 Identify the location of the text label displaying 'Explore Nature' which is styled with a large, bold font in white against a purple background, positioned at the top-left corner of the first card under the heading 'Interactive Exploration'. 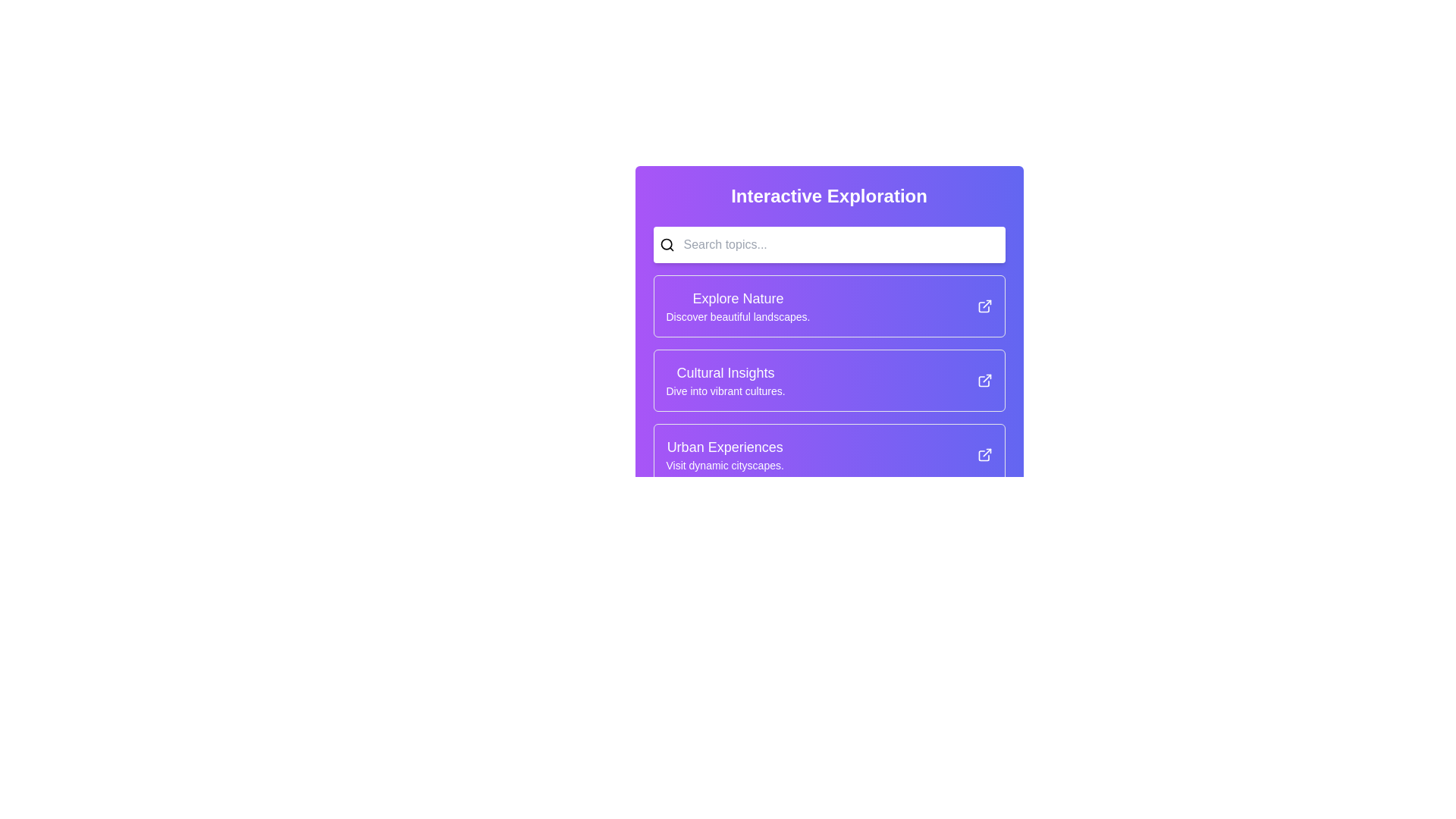
(738, 298).